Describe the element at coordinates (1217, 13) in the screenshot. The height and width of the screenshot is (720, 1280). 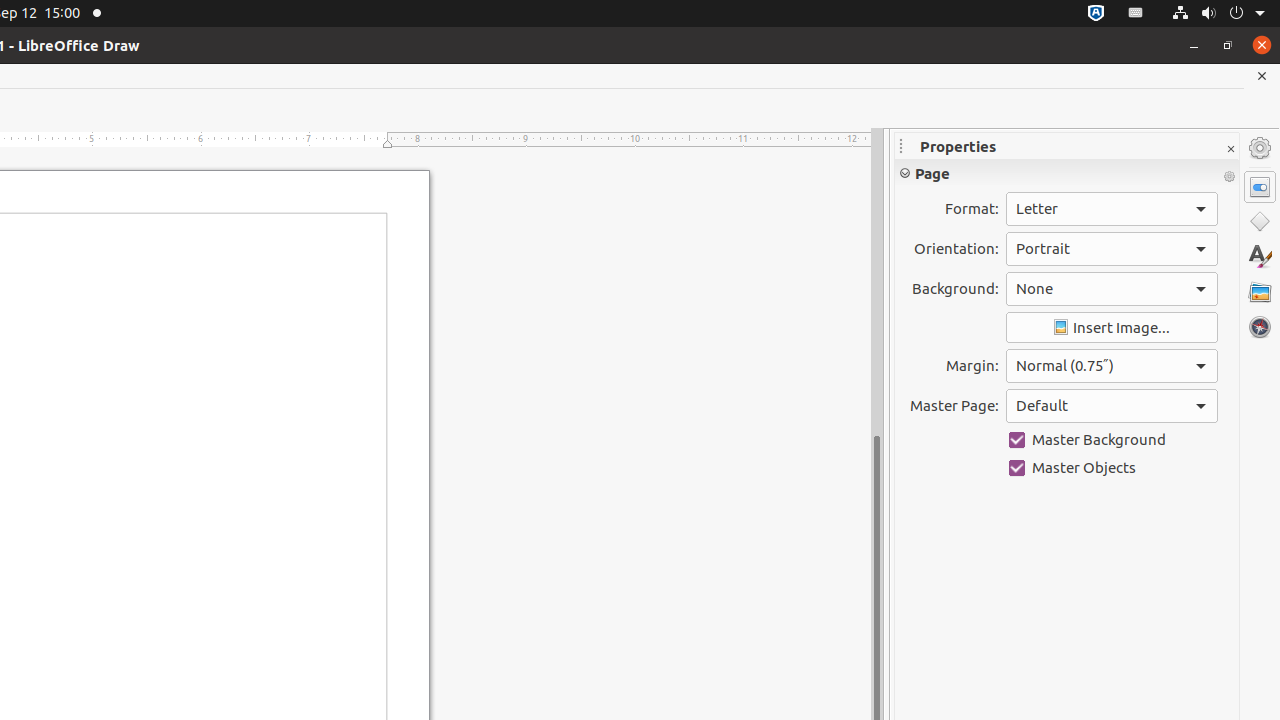
I see `'System'` at that location.